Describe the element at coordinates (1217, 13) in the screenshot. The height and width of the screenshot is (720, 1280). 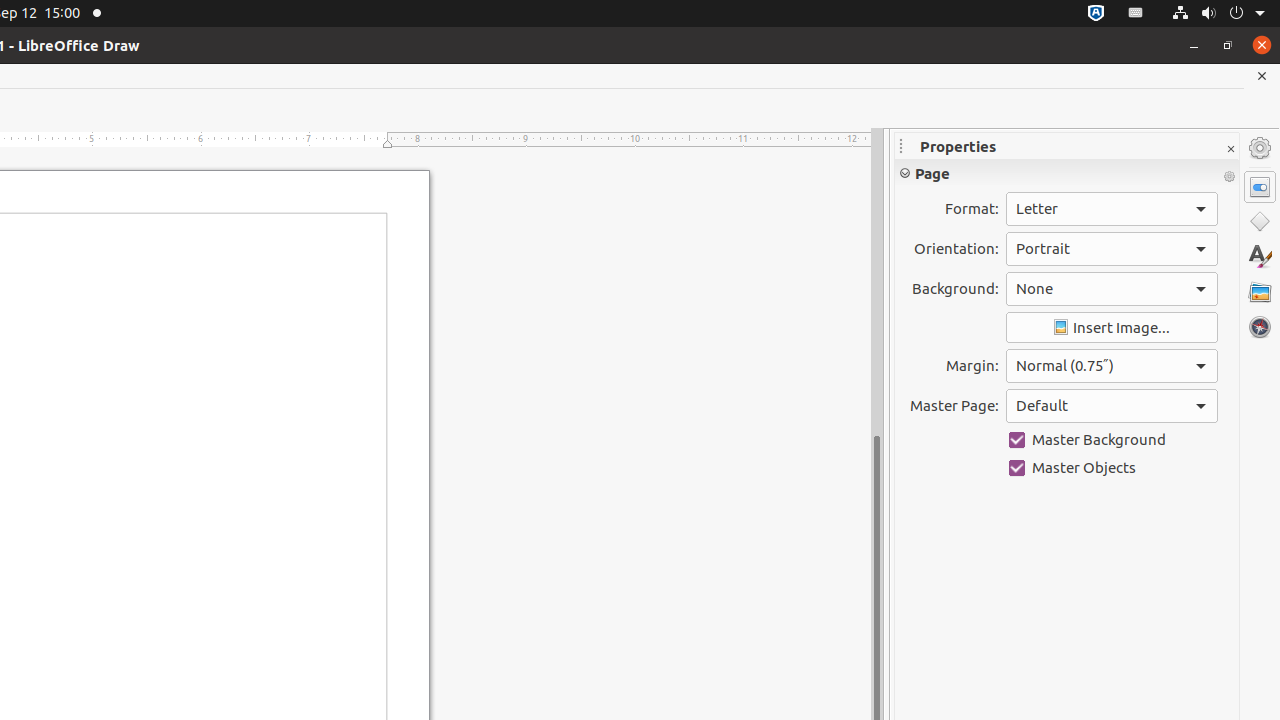
I see `'System'` at that location.